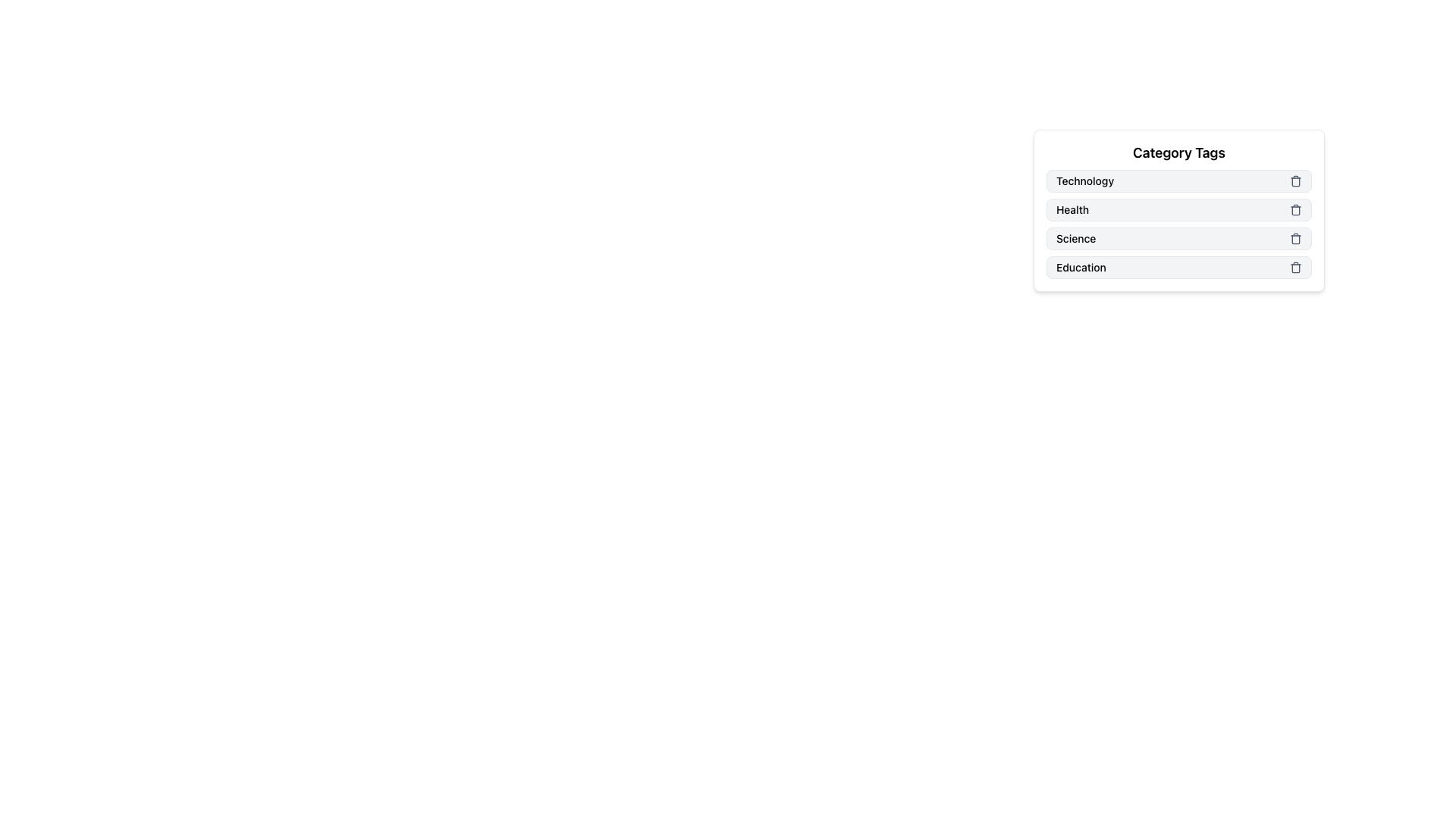 This screenshot has height=819, width=1456. Describe the element at coordinates (1072, 210) in the screenshot. I see `the text label displaying 'Health' in bold within the light gray rectangular box, which is the second item in the vertical list of 'Category Tags'` at that location.